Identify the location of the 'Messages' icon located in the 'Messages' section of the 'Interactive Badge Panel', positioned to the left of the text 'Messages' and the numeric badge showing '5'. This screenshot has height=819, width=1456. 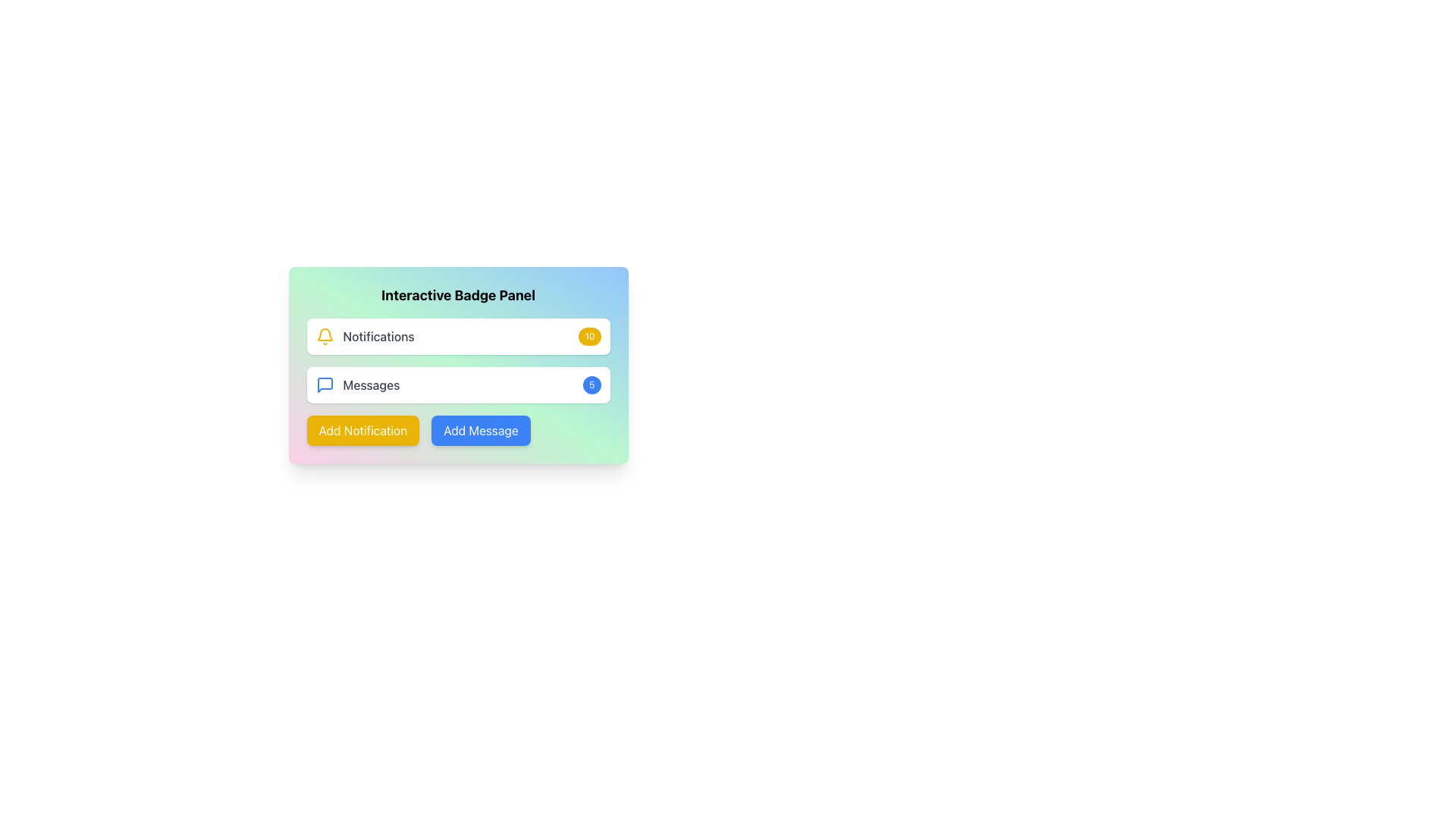
(324, 384).